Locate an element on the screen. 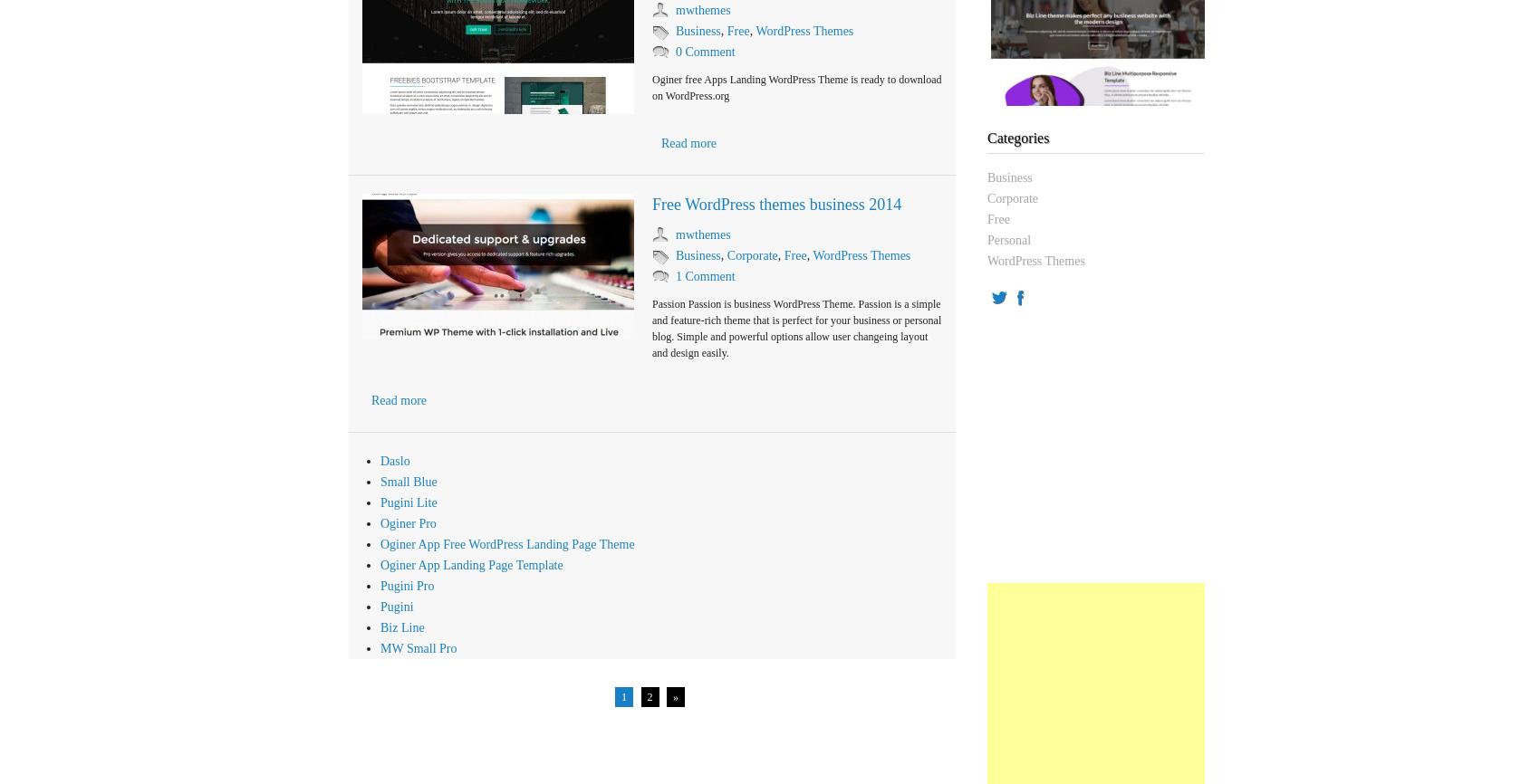 The image size is (1540, 784). 'Oginer App Landing Page Template' is located at coordinates (380, 565).